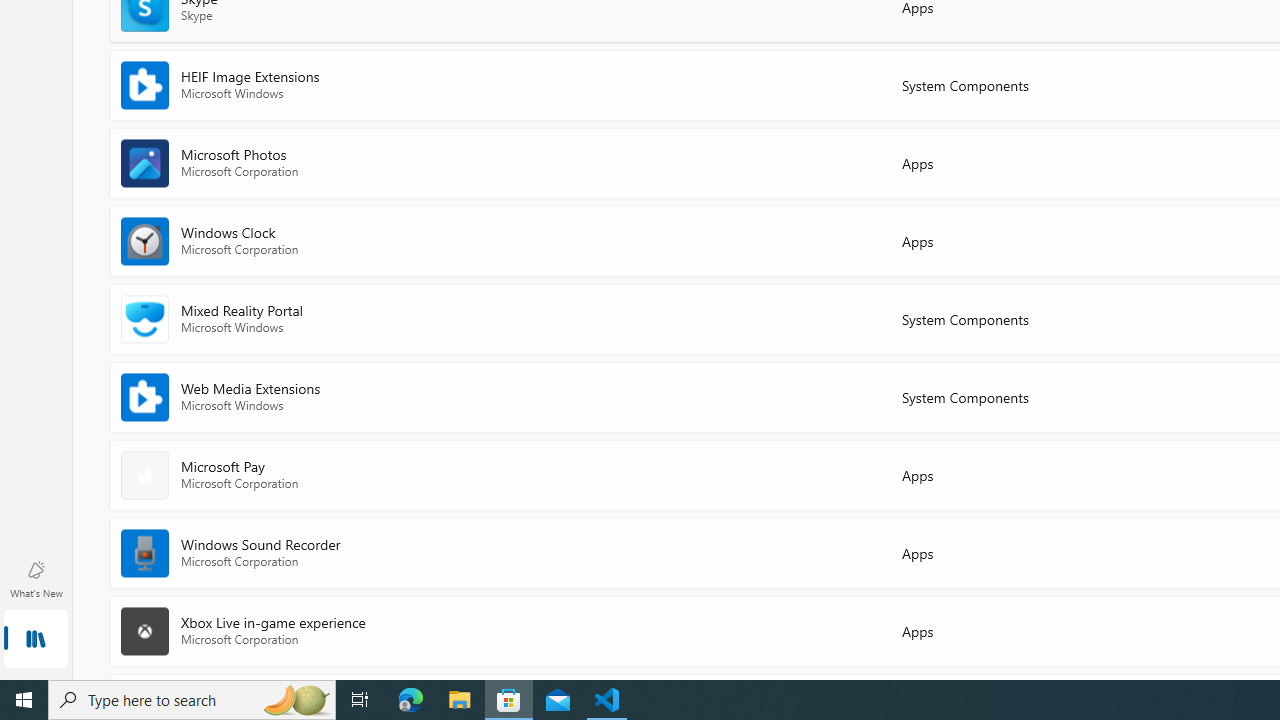  What do you see at coordinates (35, 640) in the screenshot?
I see `'Library'` at bounding box center [35, 640].